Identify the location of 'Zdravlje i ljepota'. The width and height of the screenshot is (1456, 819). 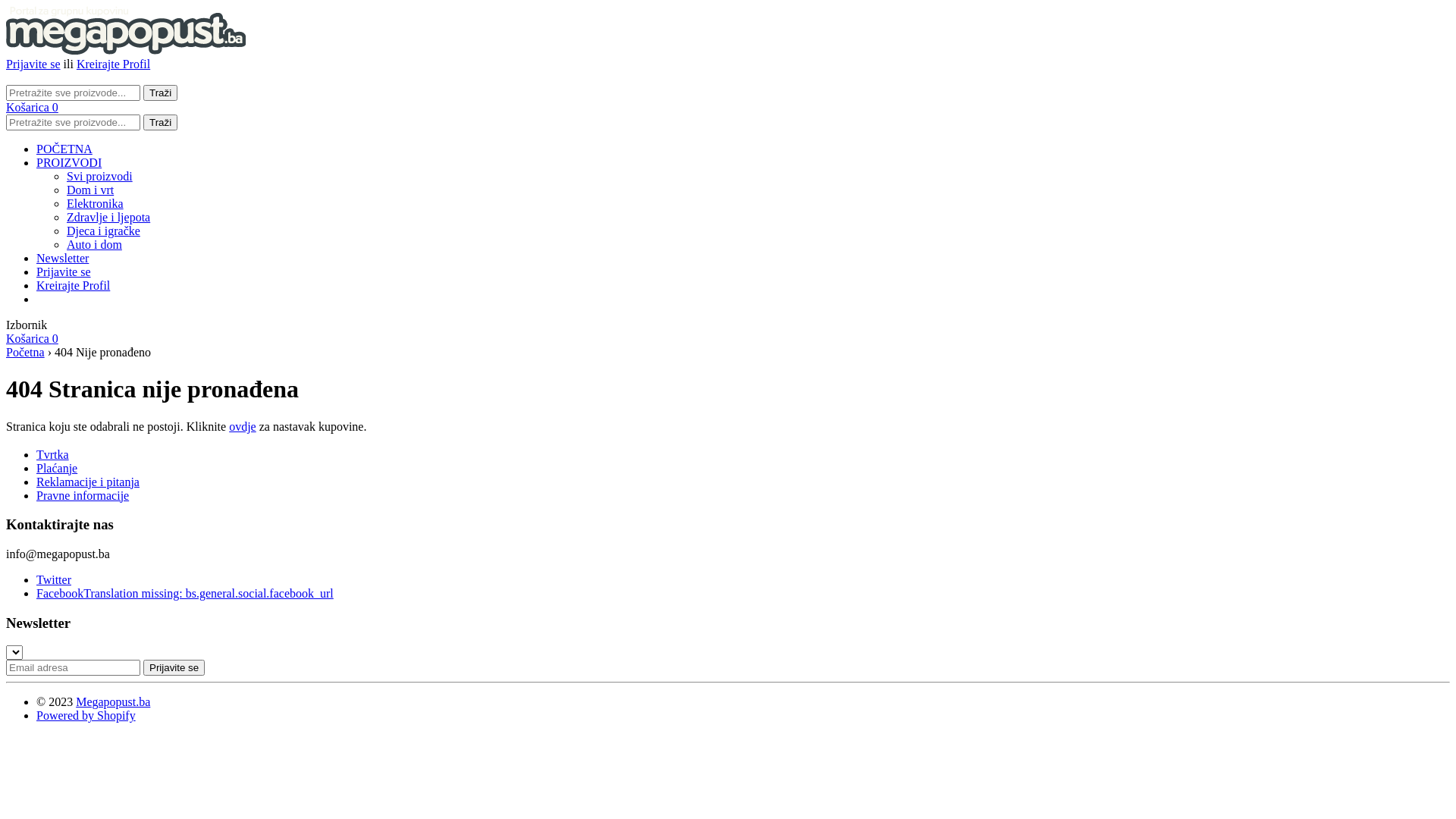
(108, 217).